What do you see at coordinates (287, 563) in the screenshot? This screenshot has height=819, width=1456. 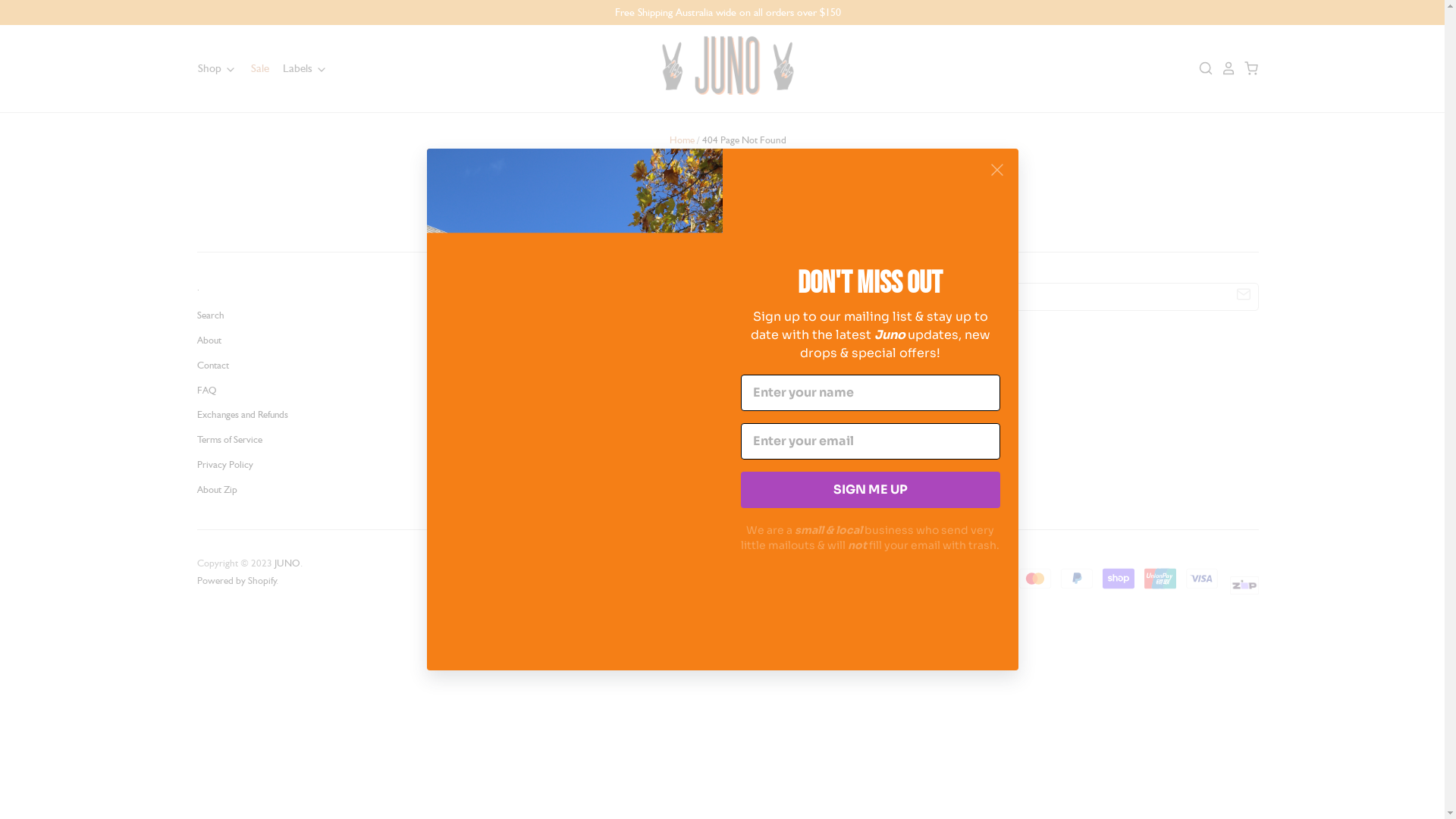 I see `'JUNO'` at bounding box center [287, 563].